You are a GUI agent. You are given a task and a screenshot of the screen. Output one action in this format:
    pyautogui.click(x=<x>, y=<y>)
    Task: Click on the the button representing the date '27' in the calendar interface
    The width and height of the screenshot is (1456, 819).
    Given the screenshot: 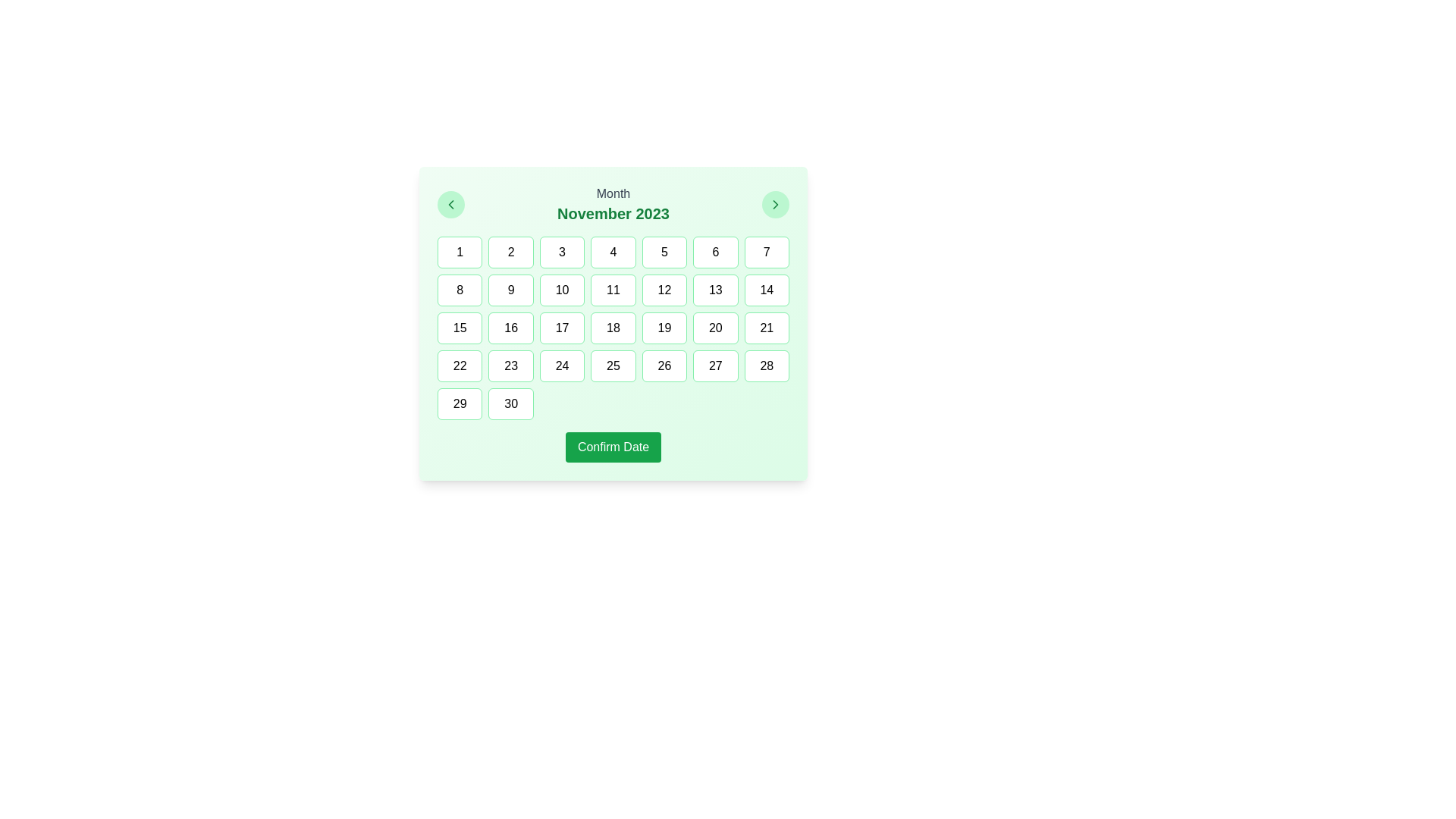 What is the action you would take?
    pyautogui.click(x=714, y=366)
    